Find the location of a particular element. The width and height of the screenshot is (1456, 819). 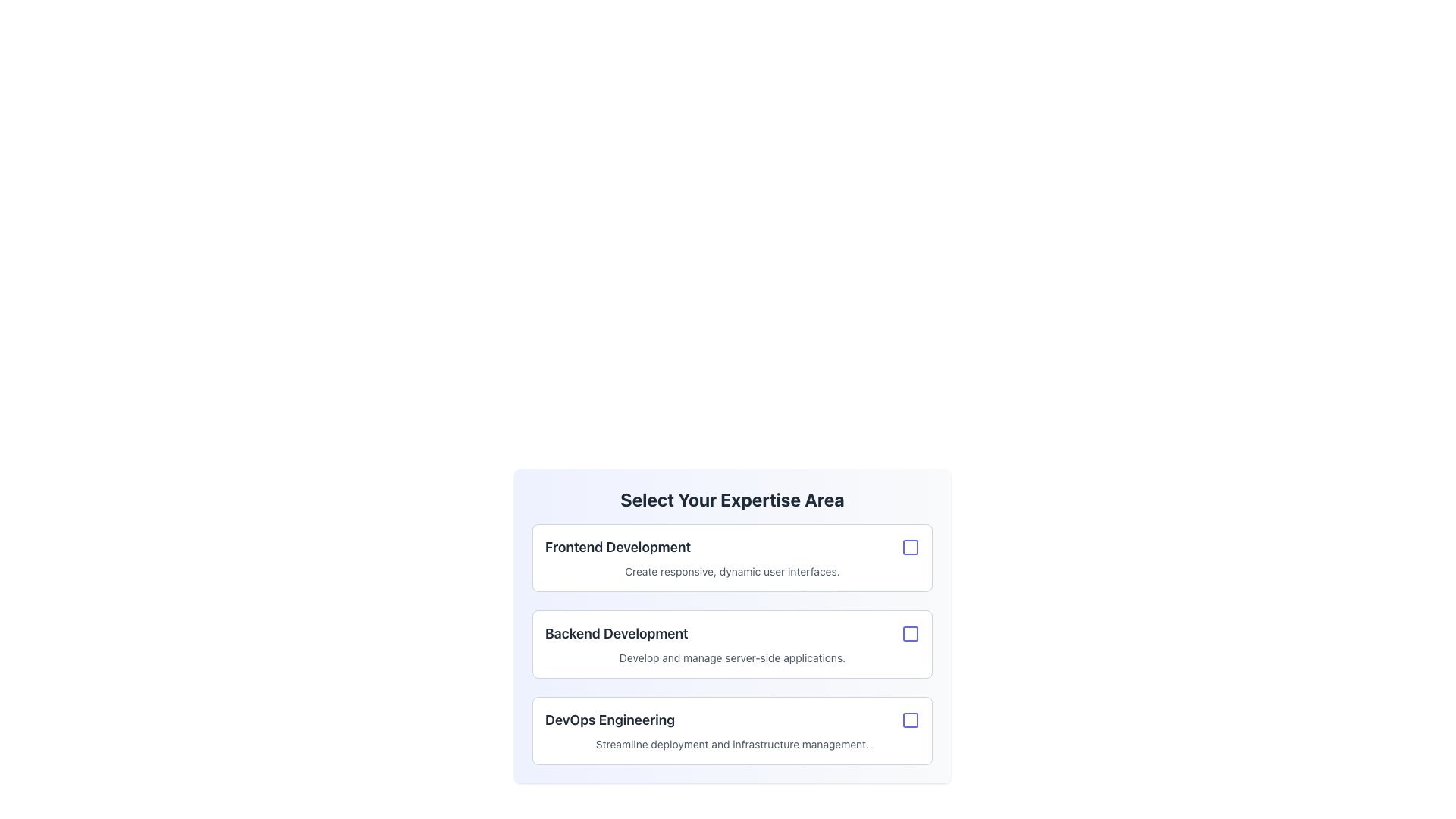

text providing a description for the category 'Frontend Development', located below the heading in the first card of the vertical stack of expertise areas is located at coordinates (732, 571).